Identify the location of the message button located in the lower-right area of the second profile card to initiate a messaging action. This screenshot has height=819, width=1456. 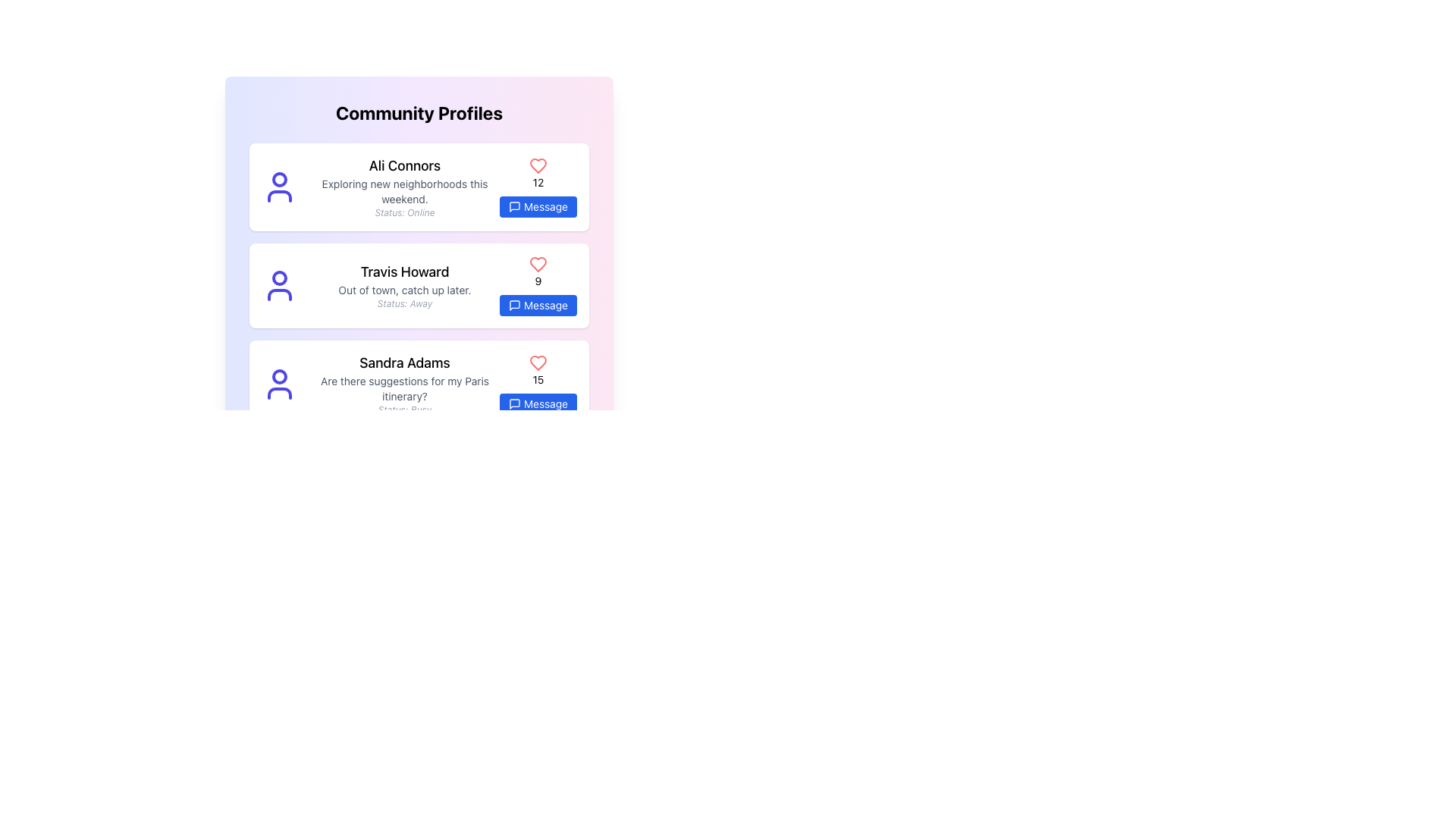
(538, 305).